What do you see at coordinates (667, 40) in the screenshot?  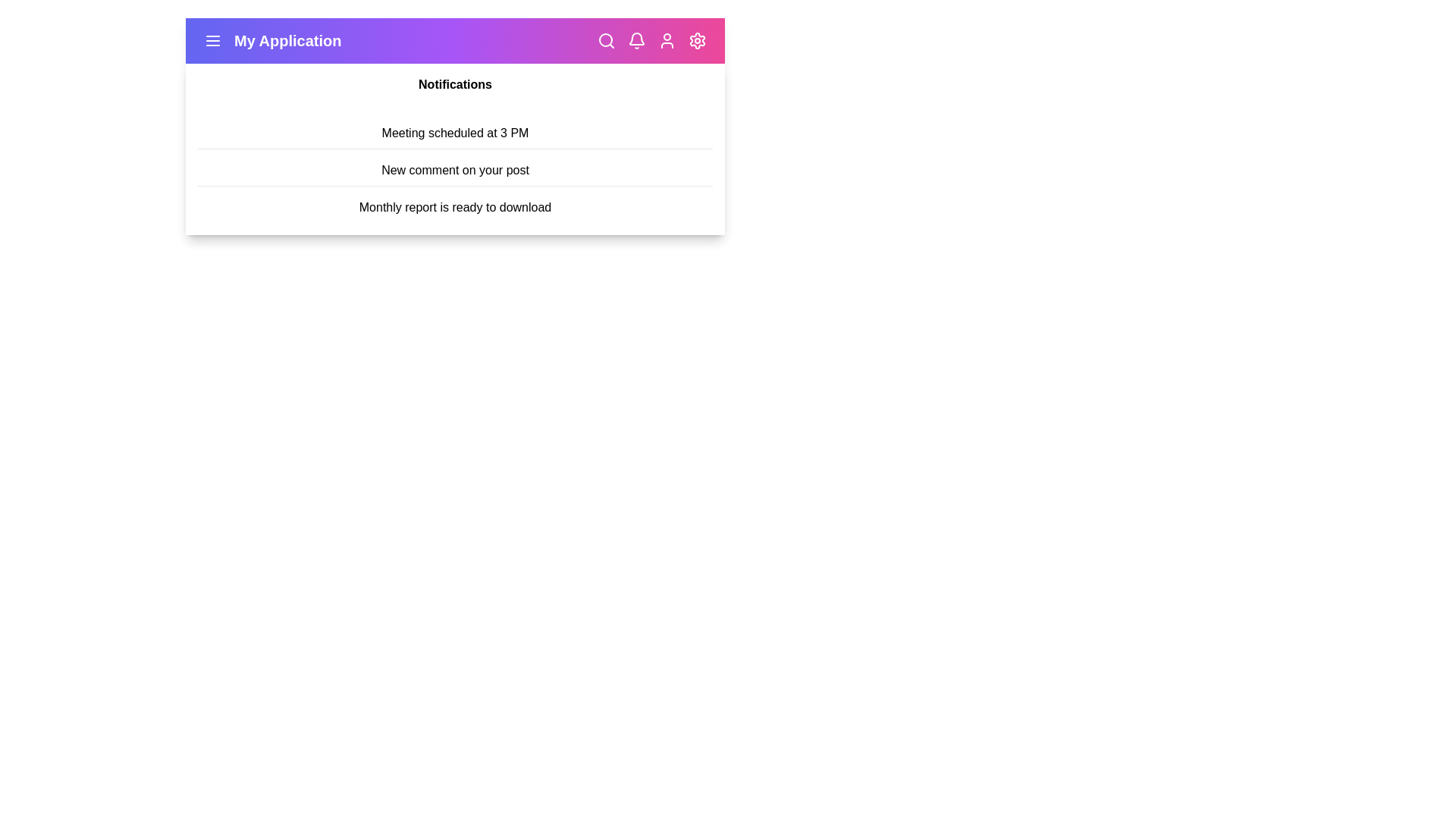 I see `the user icon to open the user profile` at bounding box center [667, 40].